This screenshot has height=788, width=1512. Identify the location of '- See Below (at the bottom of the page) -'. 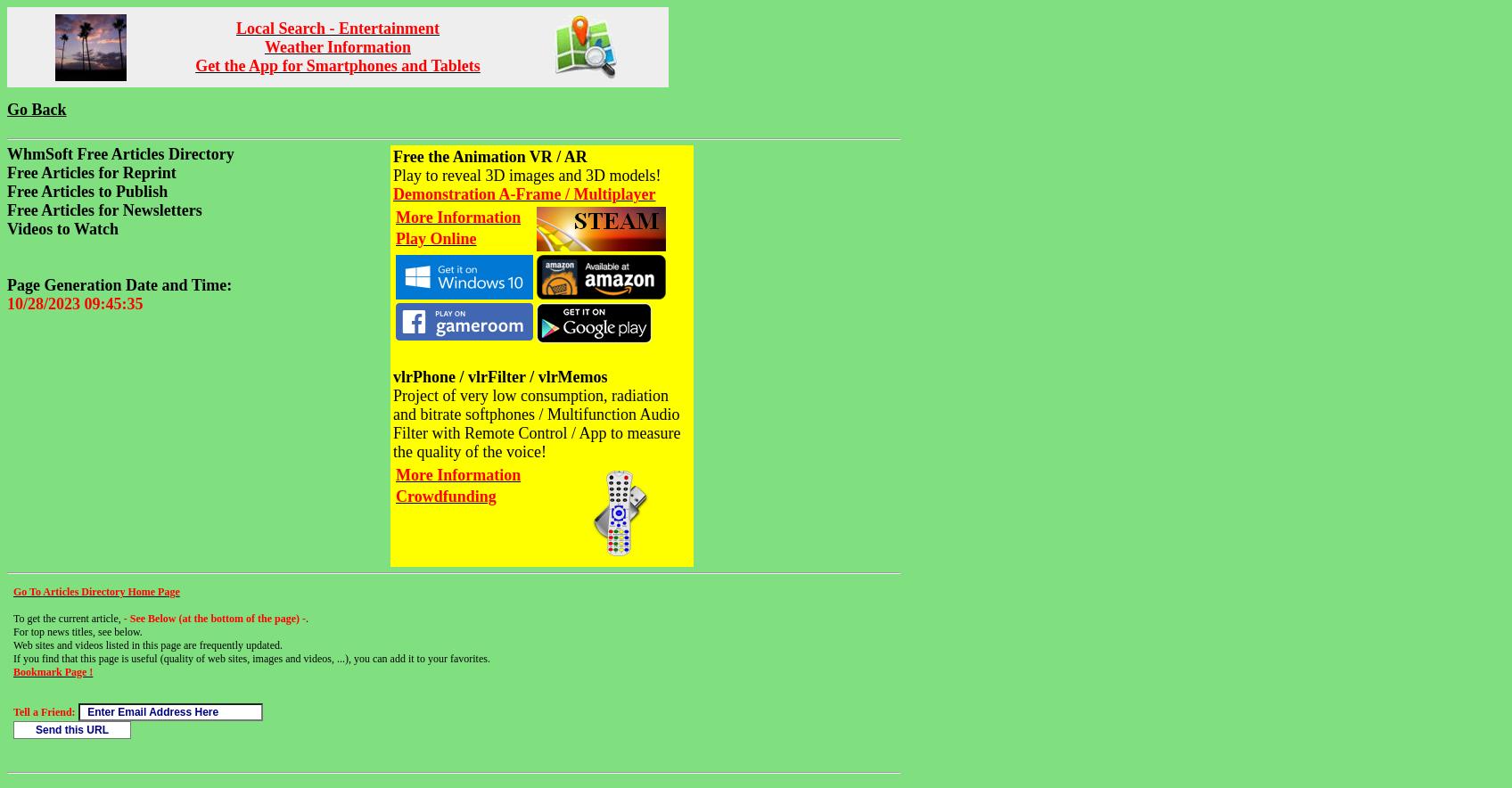
(122, 619).